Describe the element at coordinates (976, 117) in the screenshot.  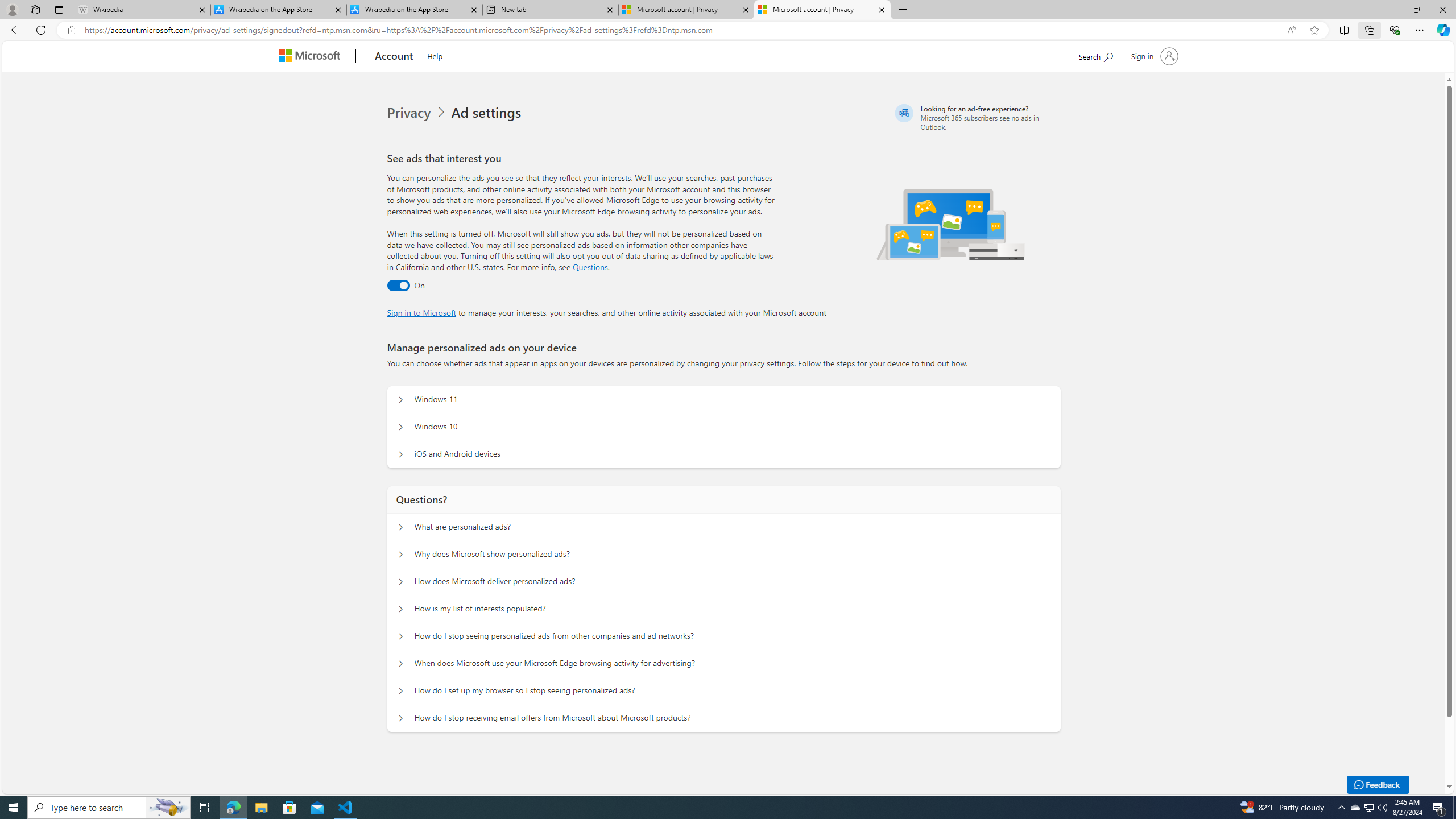
I see `'Looking for an ad-free experience?'` at that location.